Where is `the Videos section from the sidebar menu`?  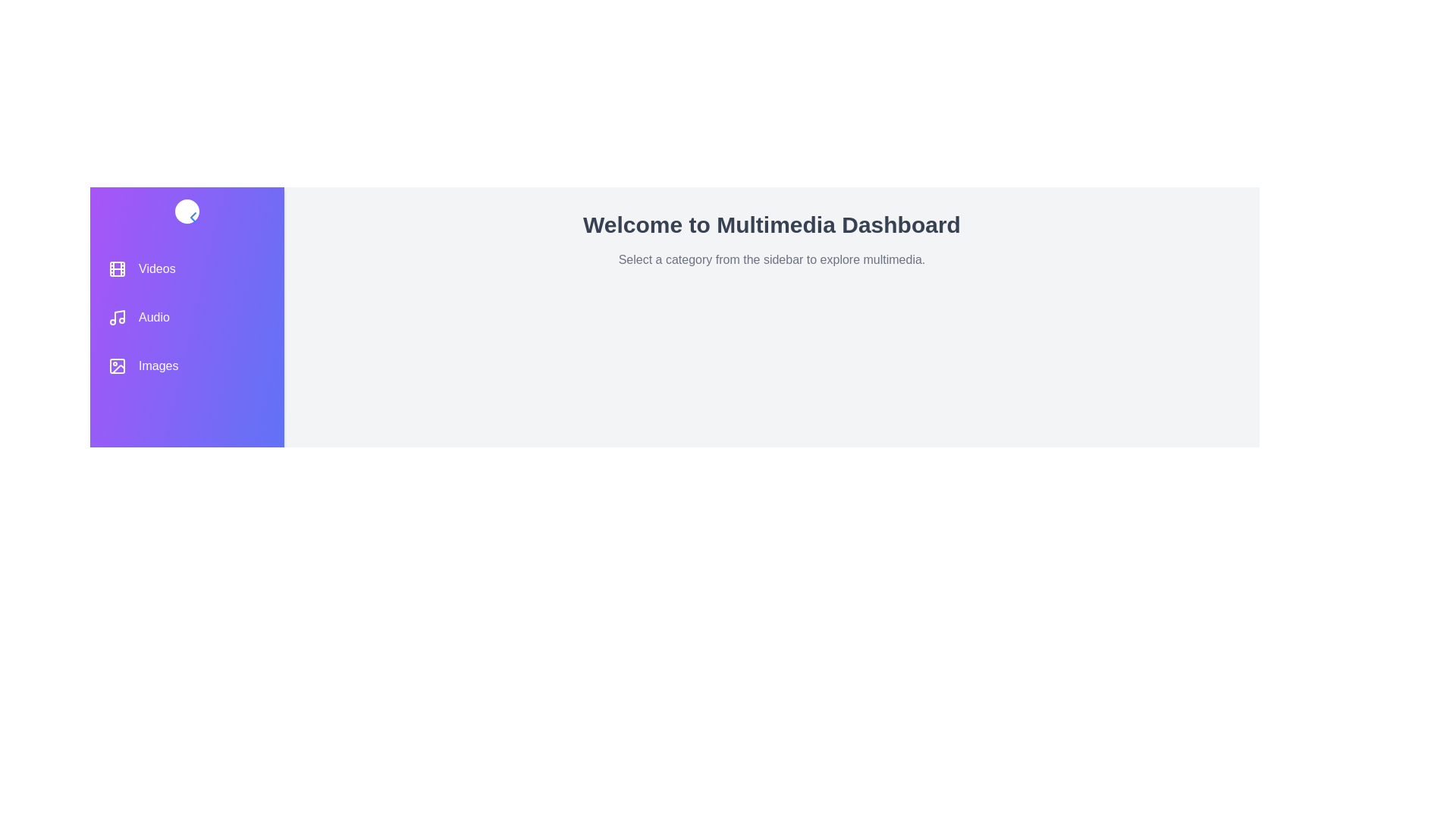
the Videos section from the sidebar menu is located at coordinates (186, 268).